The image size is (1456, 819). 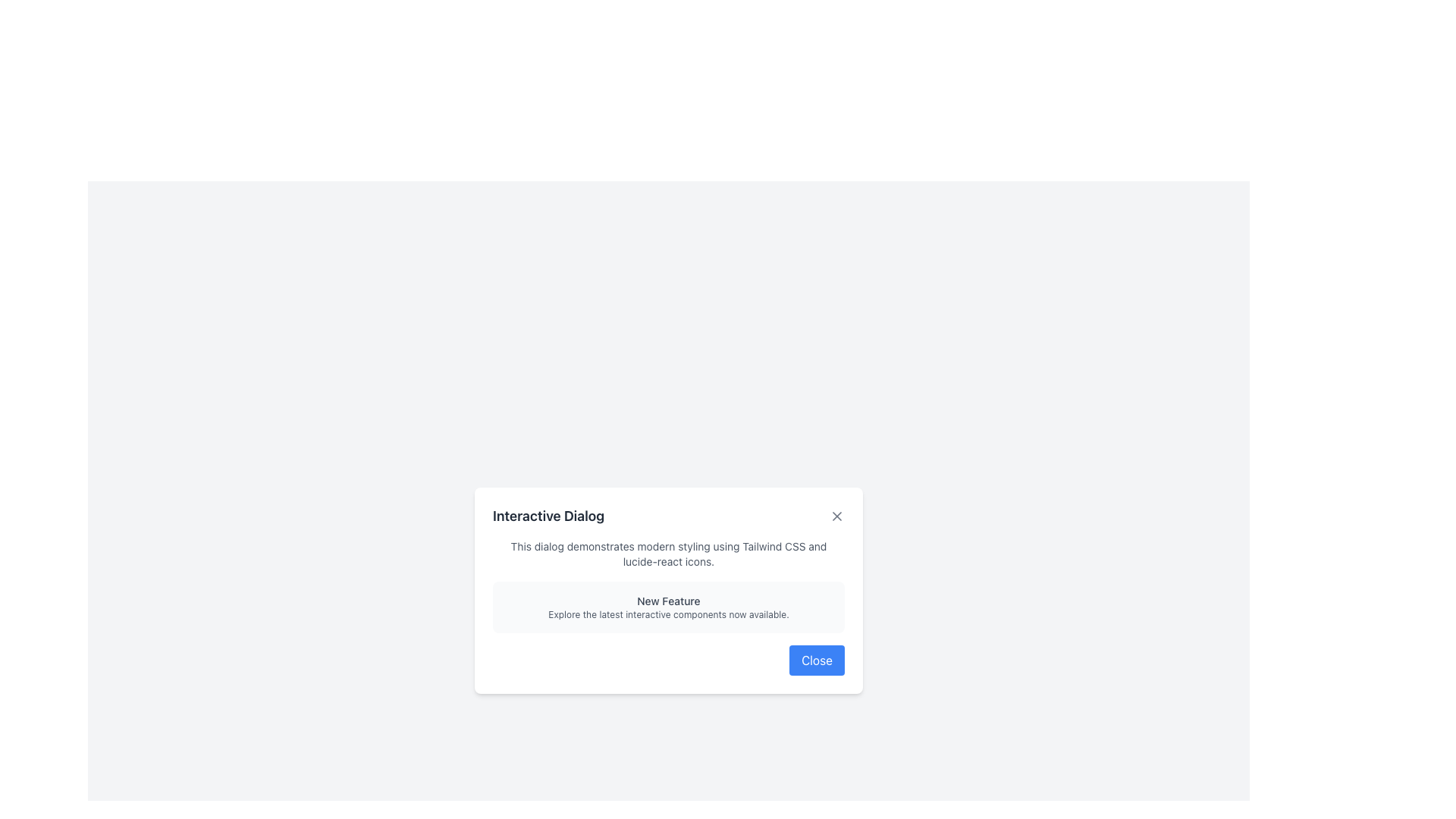 I want to click on the static text element that reads 'Explore the latest interactive components now available.', which is styled with a small font size and muted gray color, located directly underneath the 'New Feature' element, so click(x=668, y=614).